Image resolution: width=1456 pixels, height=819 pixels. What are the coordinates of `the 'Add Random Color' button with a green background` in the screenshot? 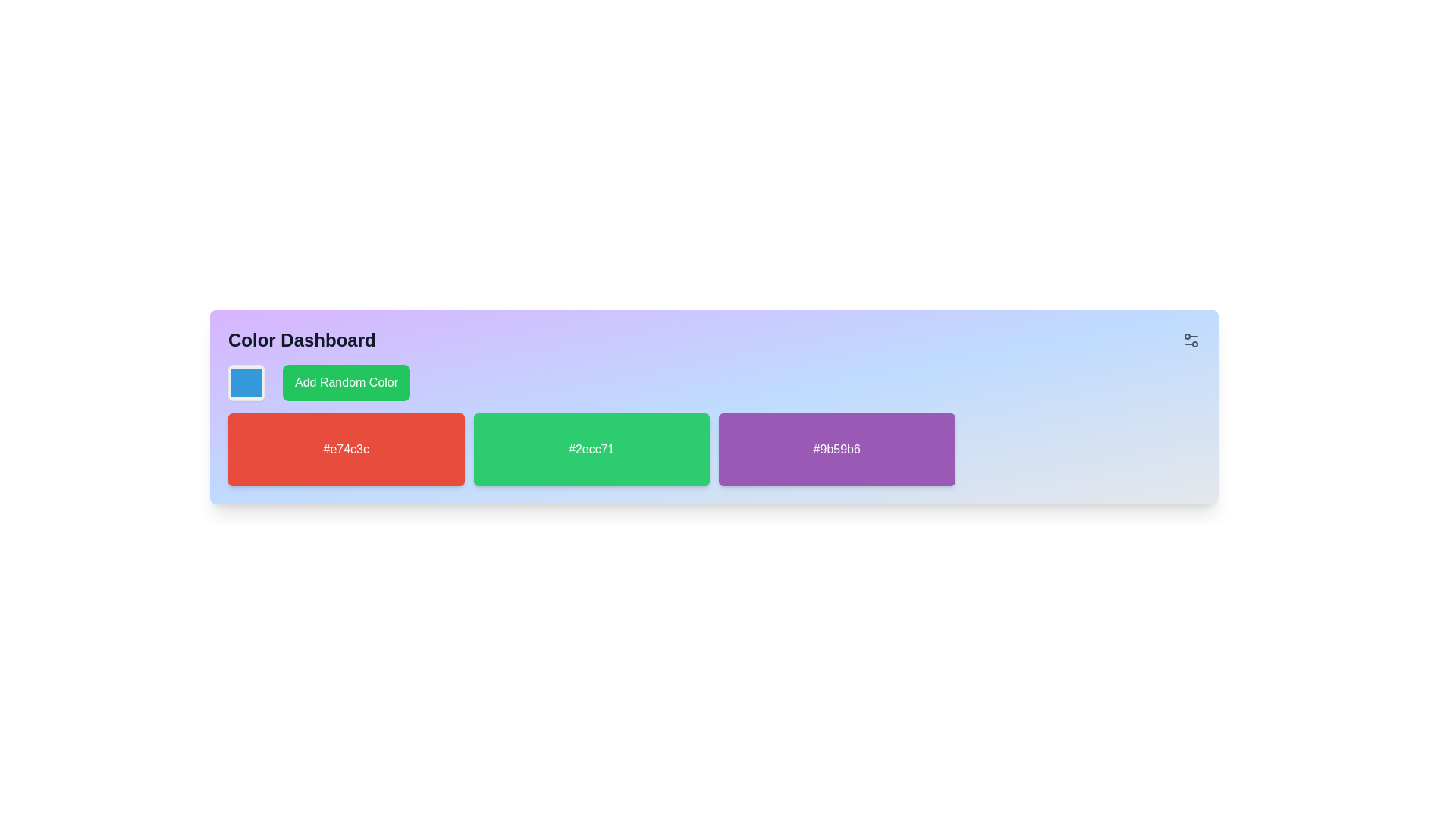 It's located at (345, 382).